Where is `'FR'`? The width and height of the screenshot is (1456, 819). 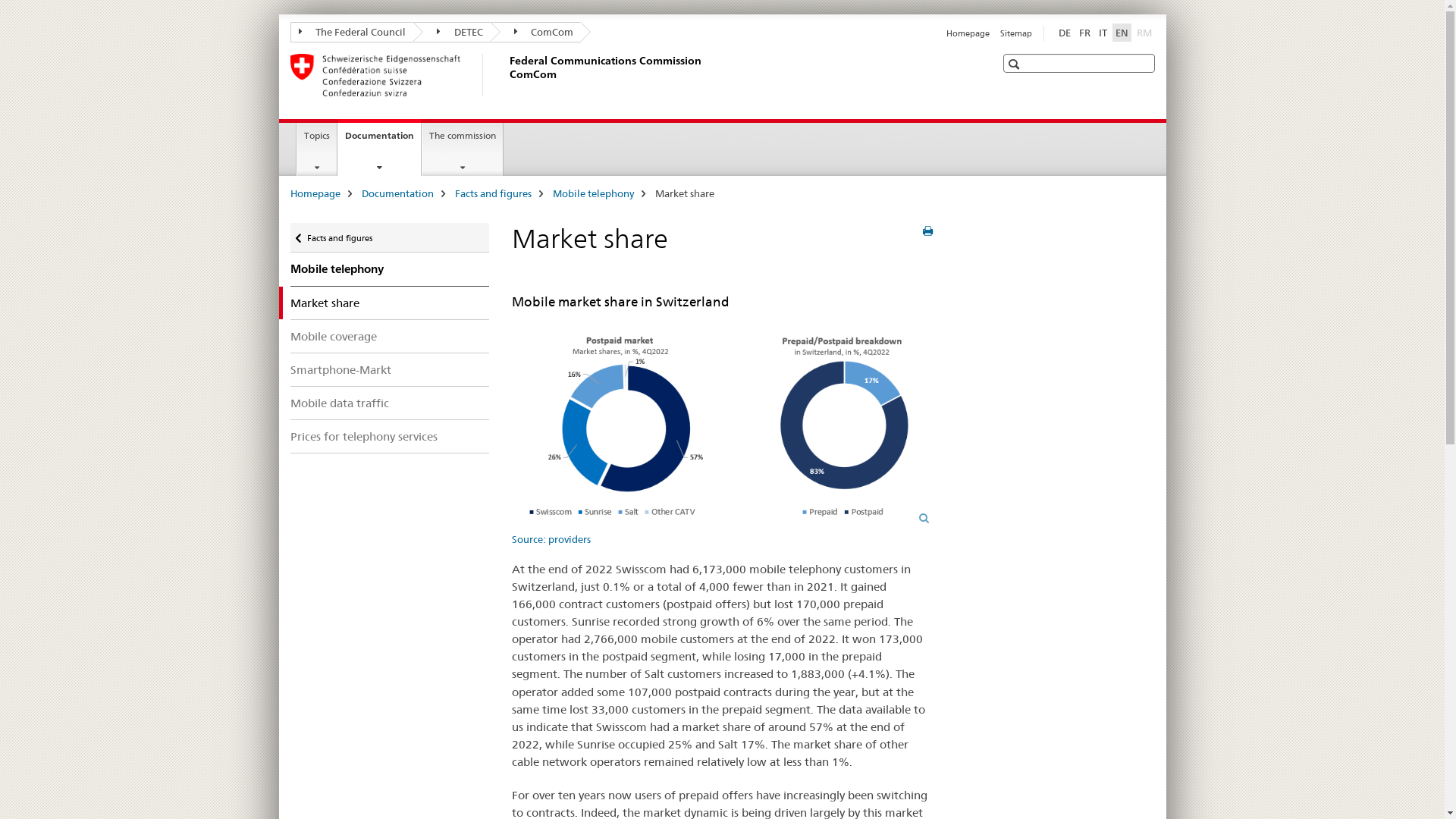
'FR' is located at coordinates (1074, 32).